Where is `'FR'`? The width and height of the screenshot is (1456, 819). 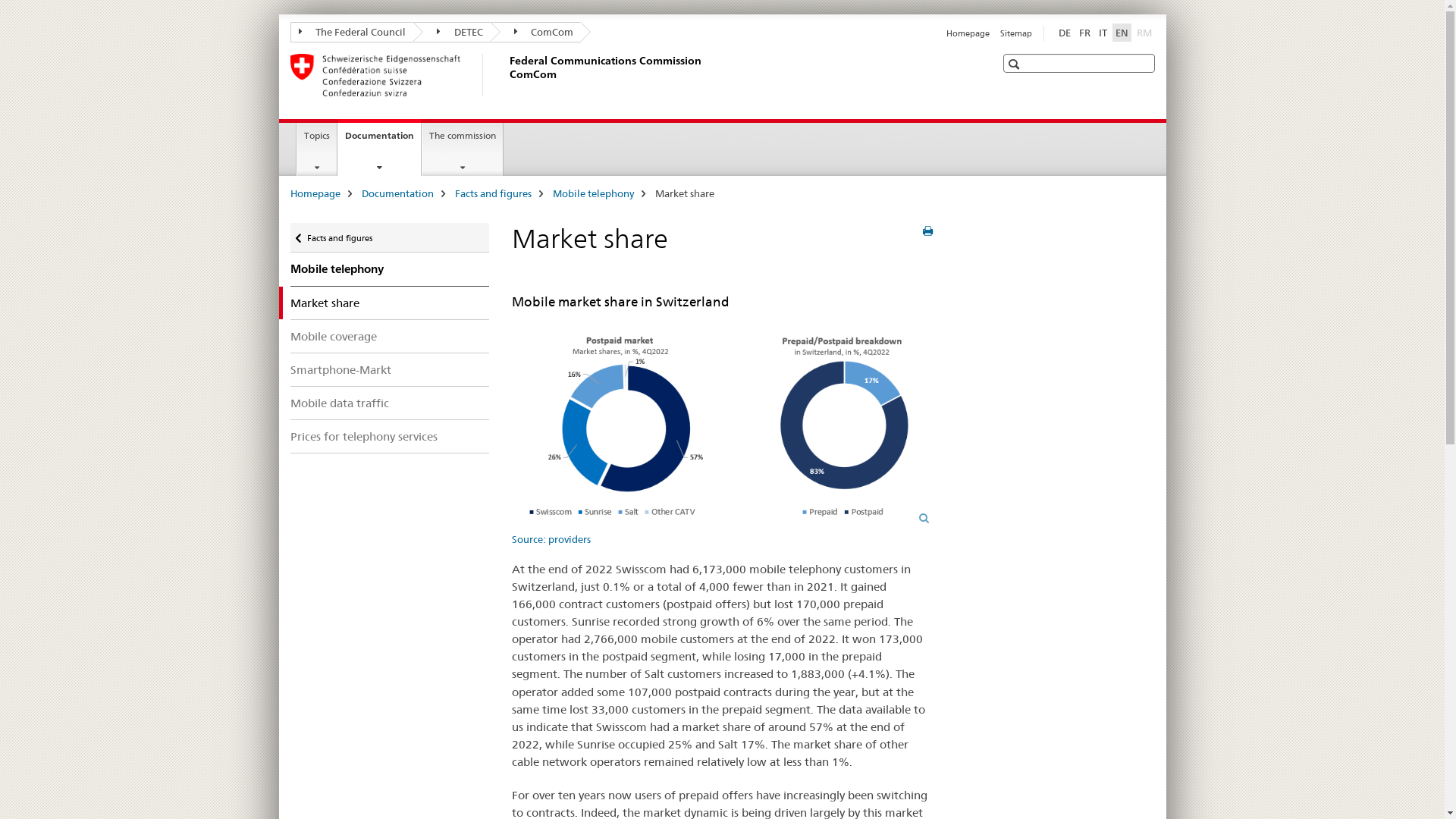
'FR' is located at coordinates (1074, 32).